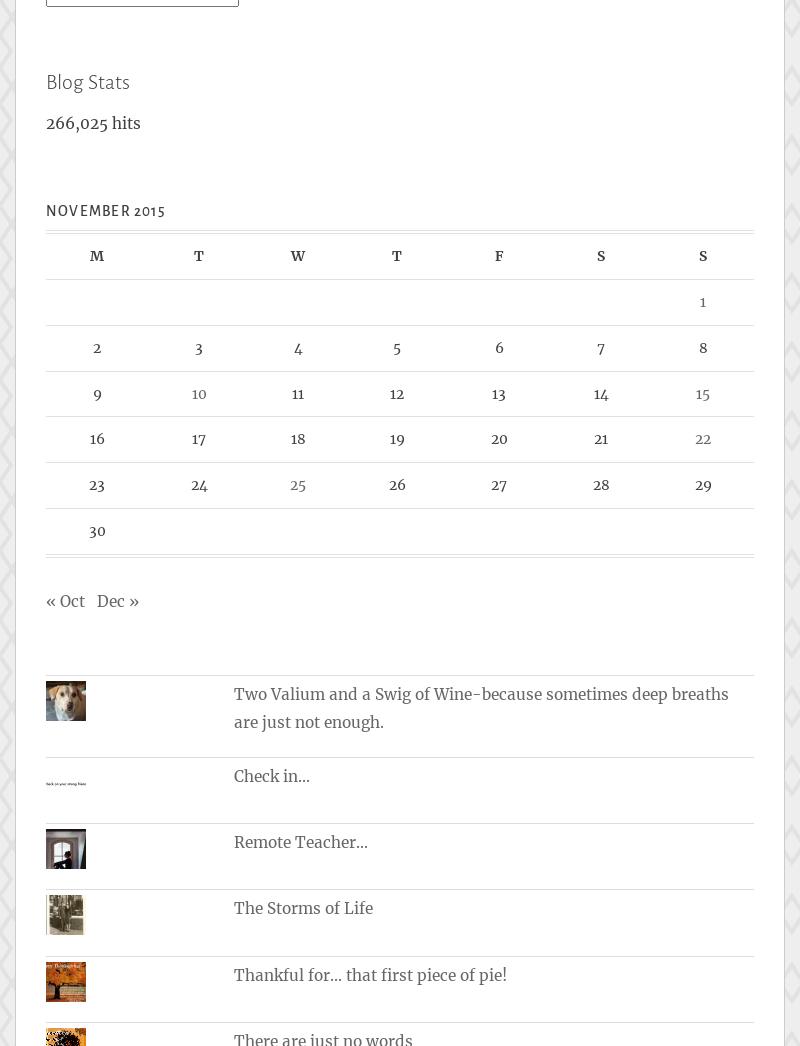 This screenshot has width=800, height=1046. What do you see at coordinates (197, 392) in the screenshot?
I see `'10'` at bounding box center [197, 392].